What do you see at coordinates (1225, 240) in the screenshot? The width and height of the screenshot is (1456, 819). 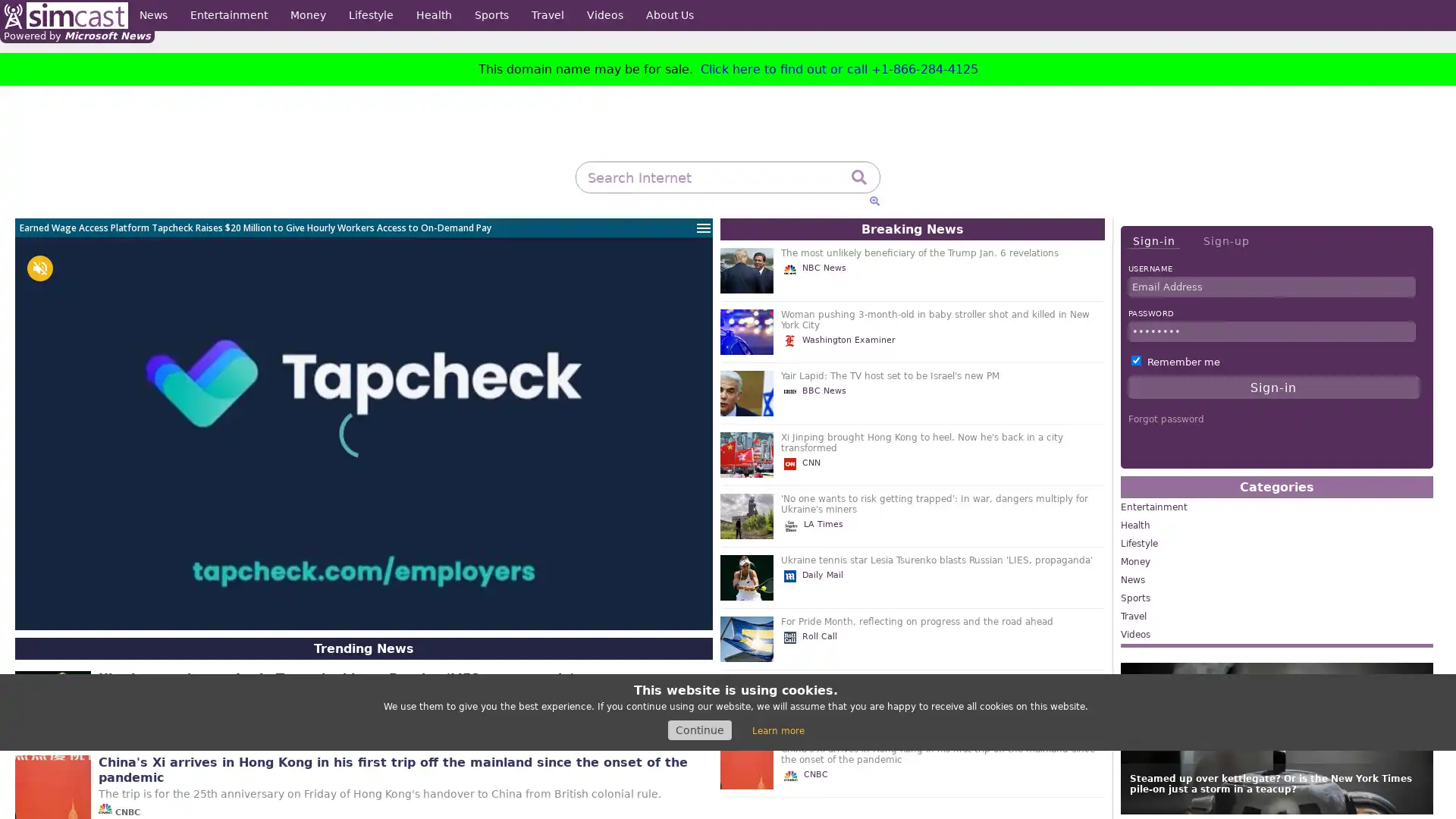 I see `Sign-up` at bounding box center [1225, 240].